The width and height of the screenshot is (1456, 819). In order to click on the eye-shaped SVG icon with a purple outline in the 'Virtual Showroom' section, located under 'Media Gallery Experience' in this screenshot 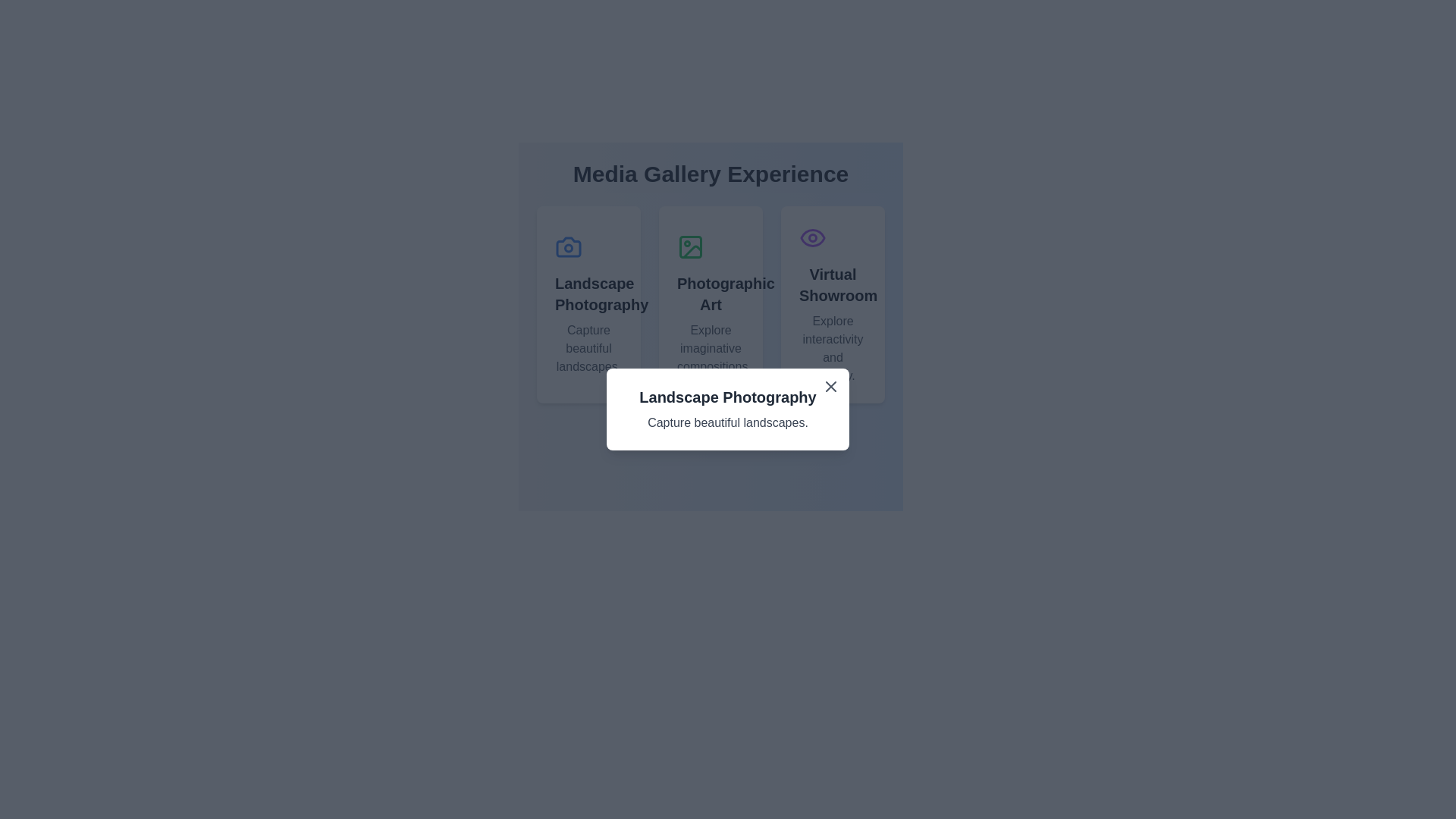, I will do `click(811, 237)`.